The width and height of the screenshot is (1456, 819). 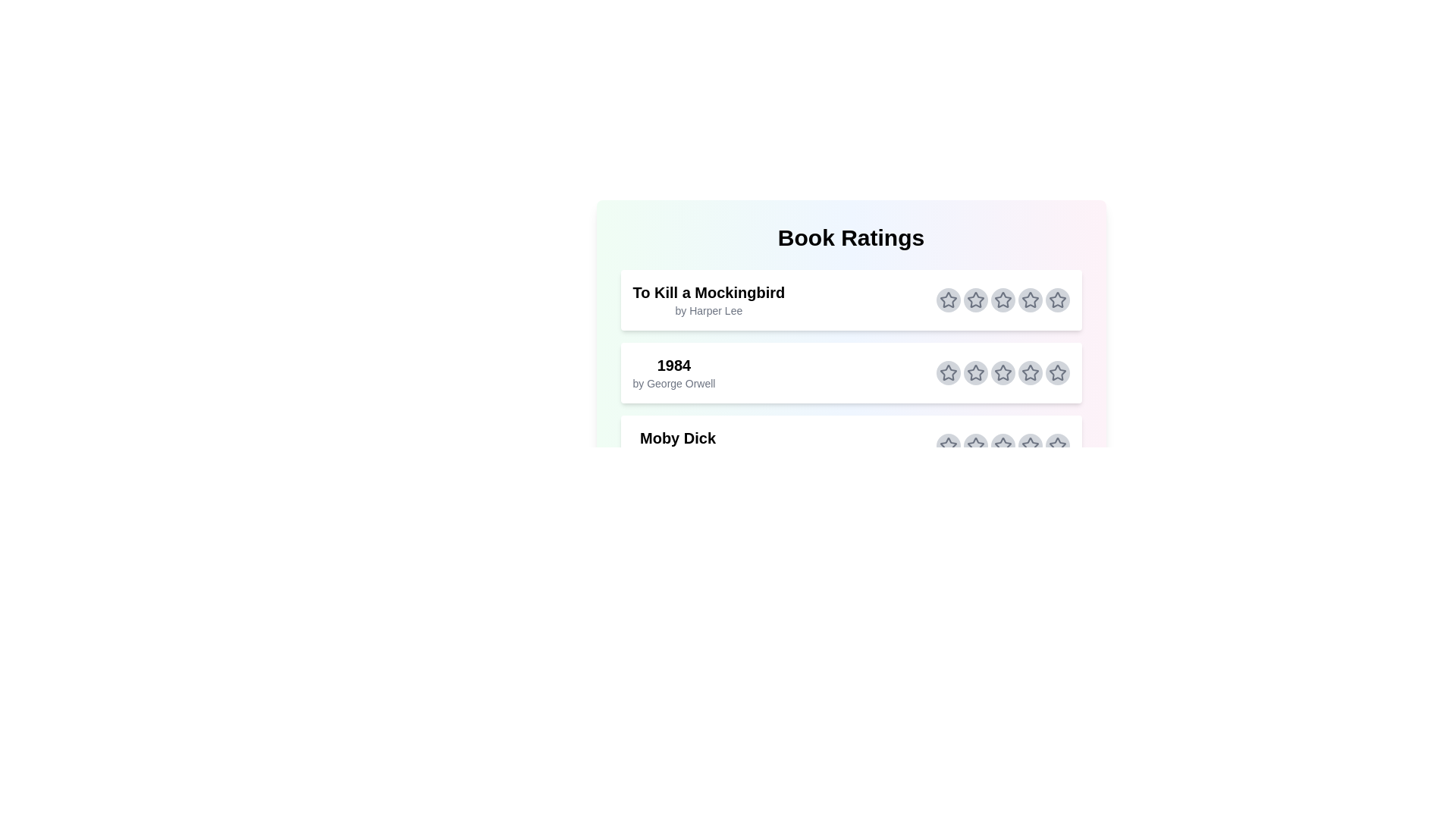 What do you see at coordinates (975, 373) in the screenshot?
I see `the star corresponding to 2 stars for the book titled 1984` at bounding box center [975, 373].